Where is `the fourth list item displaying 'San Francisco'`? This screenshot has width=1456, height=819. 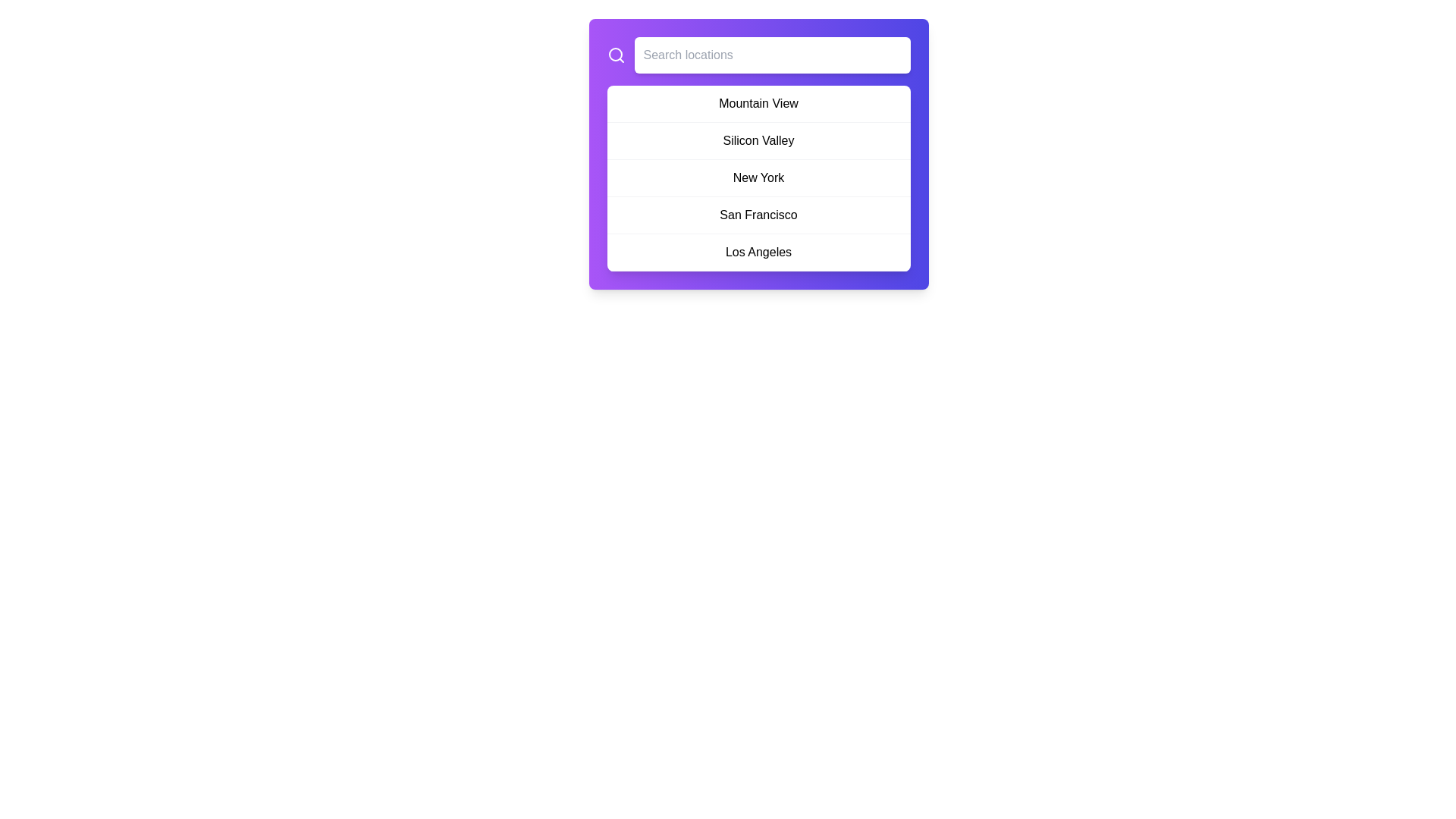
the fourth list item displaying 'San Francisco' is located at coordinates (758, 215).